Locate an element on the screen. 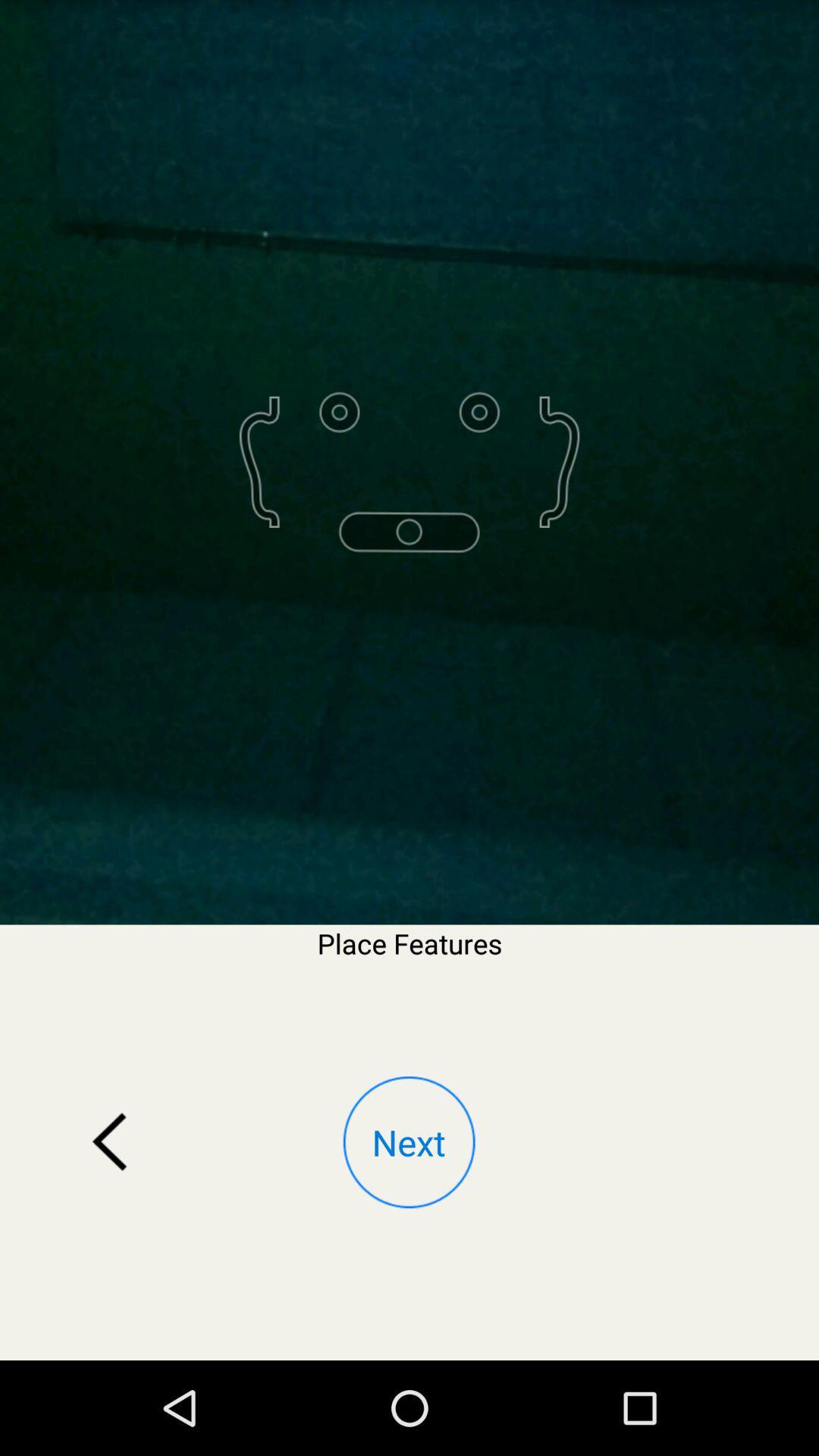 The width and height of the screenshot is (819, 1456). icon at the bottom left corner is located at coordinates (109, 1142).